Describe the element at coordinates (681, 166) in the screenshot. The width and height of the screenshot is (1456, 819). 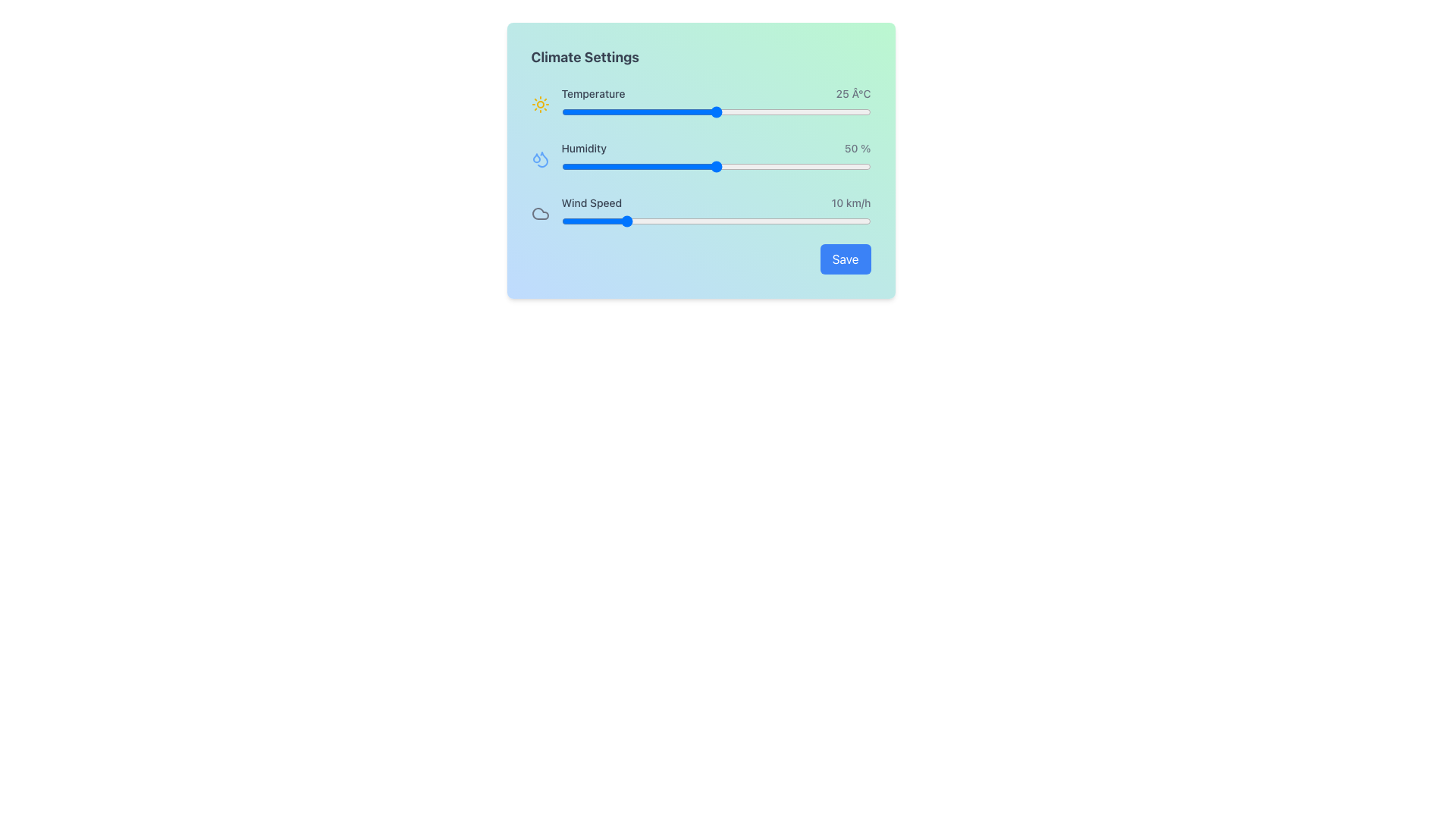
I see `humidity` at that location.